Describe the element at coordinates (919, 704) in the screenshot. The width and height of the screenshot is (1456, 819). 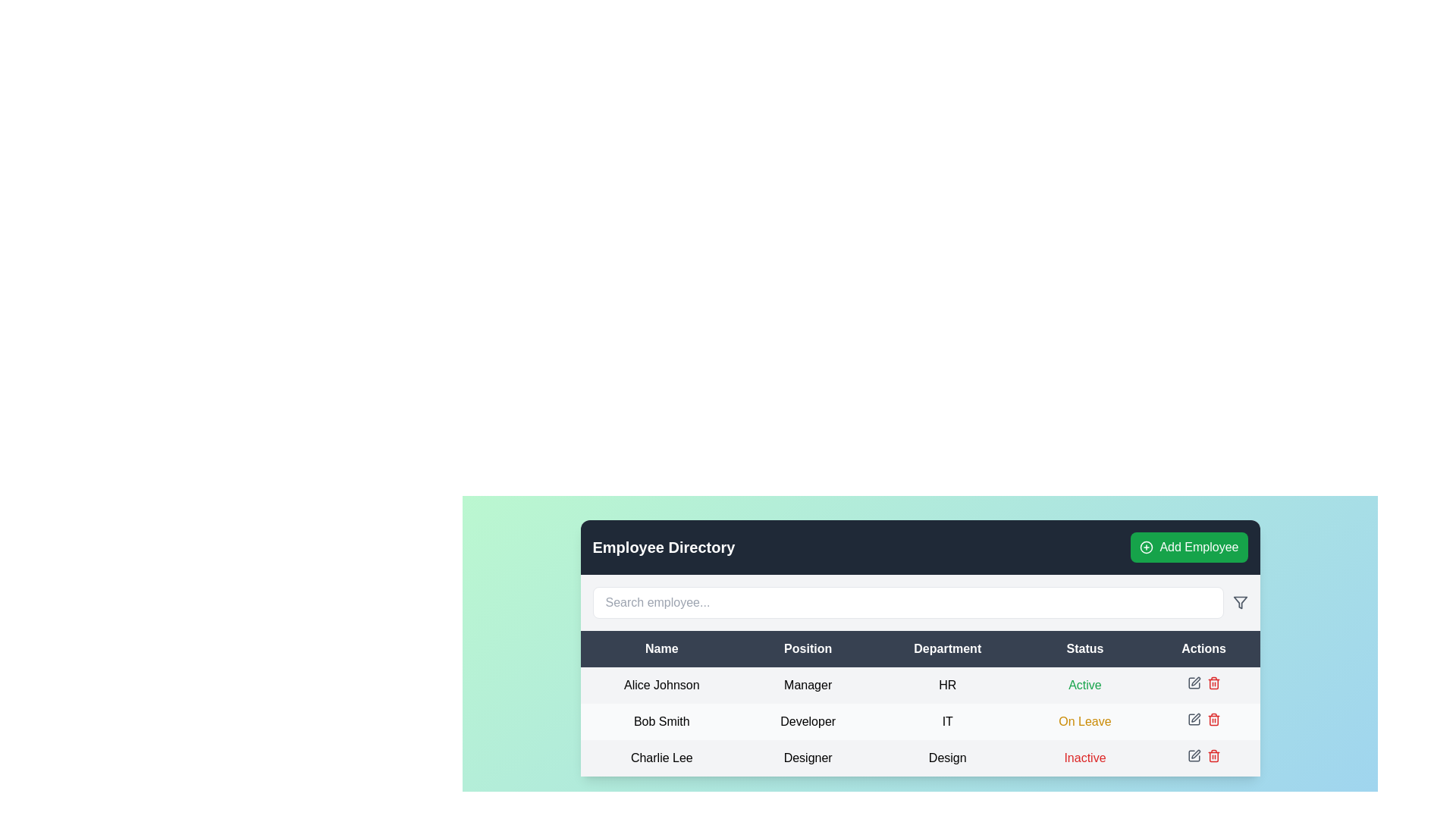
I see `the table cell displaying the department of employee Alice Johnson, which is 'HR', to trigger hover effects` at that location.